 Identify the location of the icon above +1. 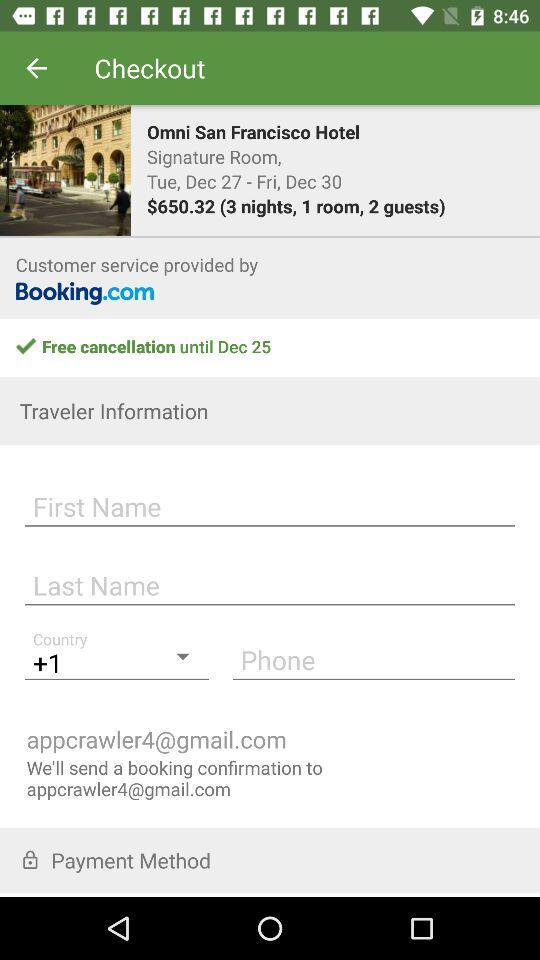
(270, 582).